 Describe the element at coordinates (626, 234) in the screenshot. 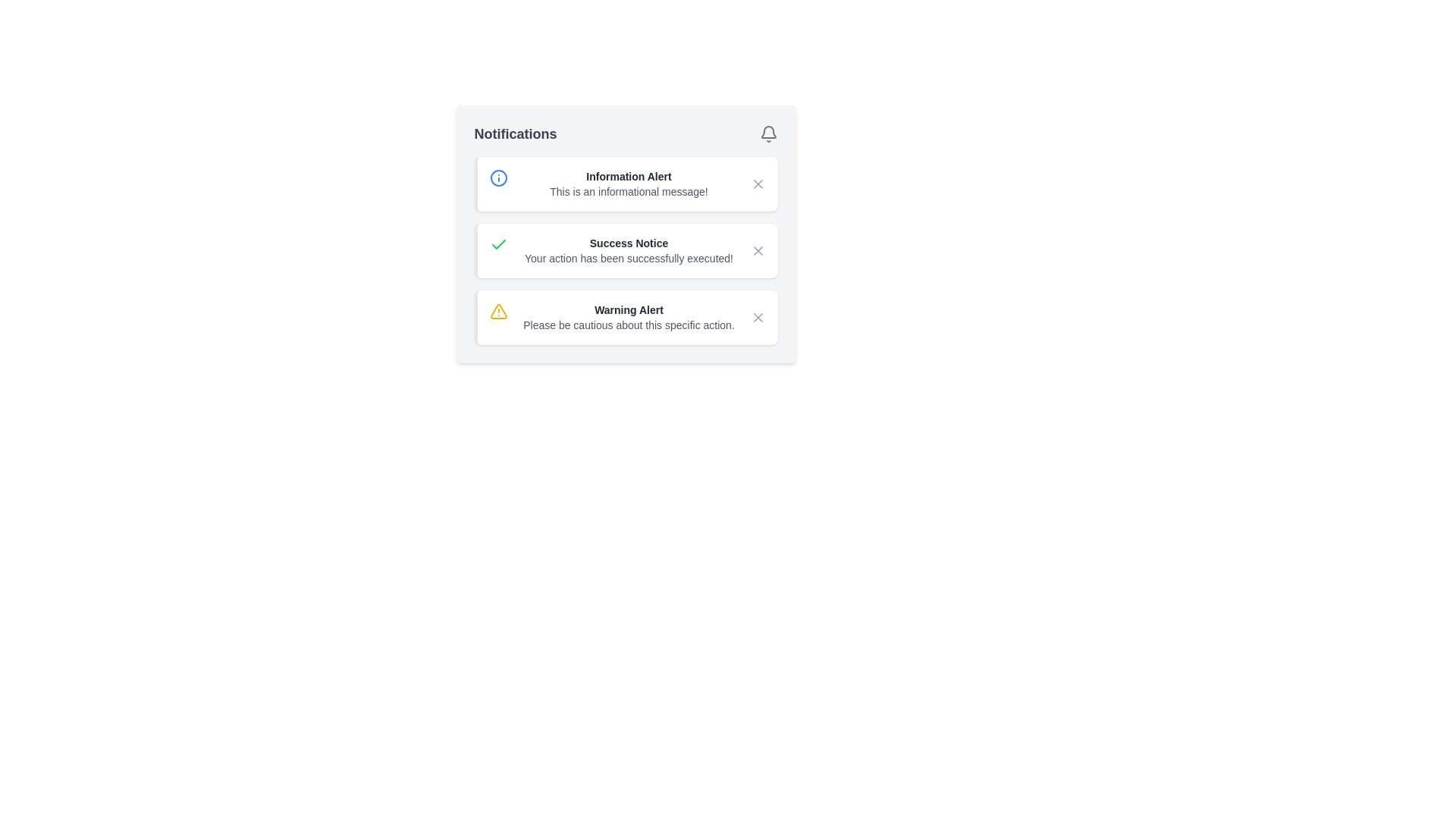

I see `the Notification card that informs the user of a successfully executed action, positioned as the second item in the Notifications list` at that location.